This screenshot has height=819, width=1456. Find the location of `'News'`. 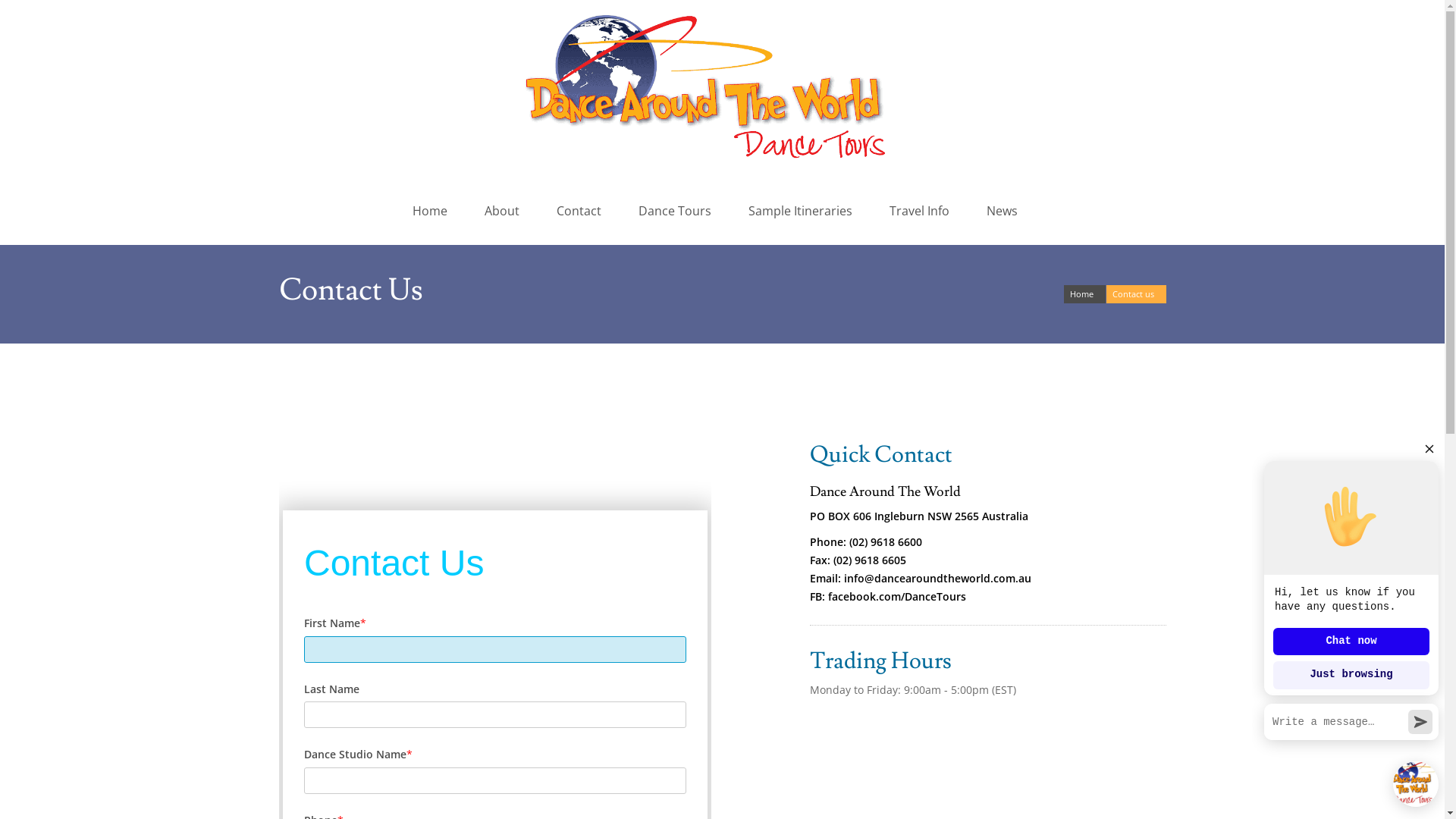

'News' is located at coordinates (1004, 210).